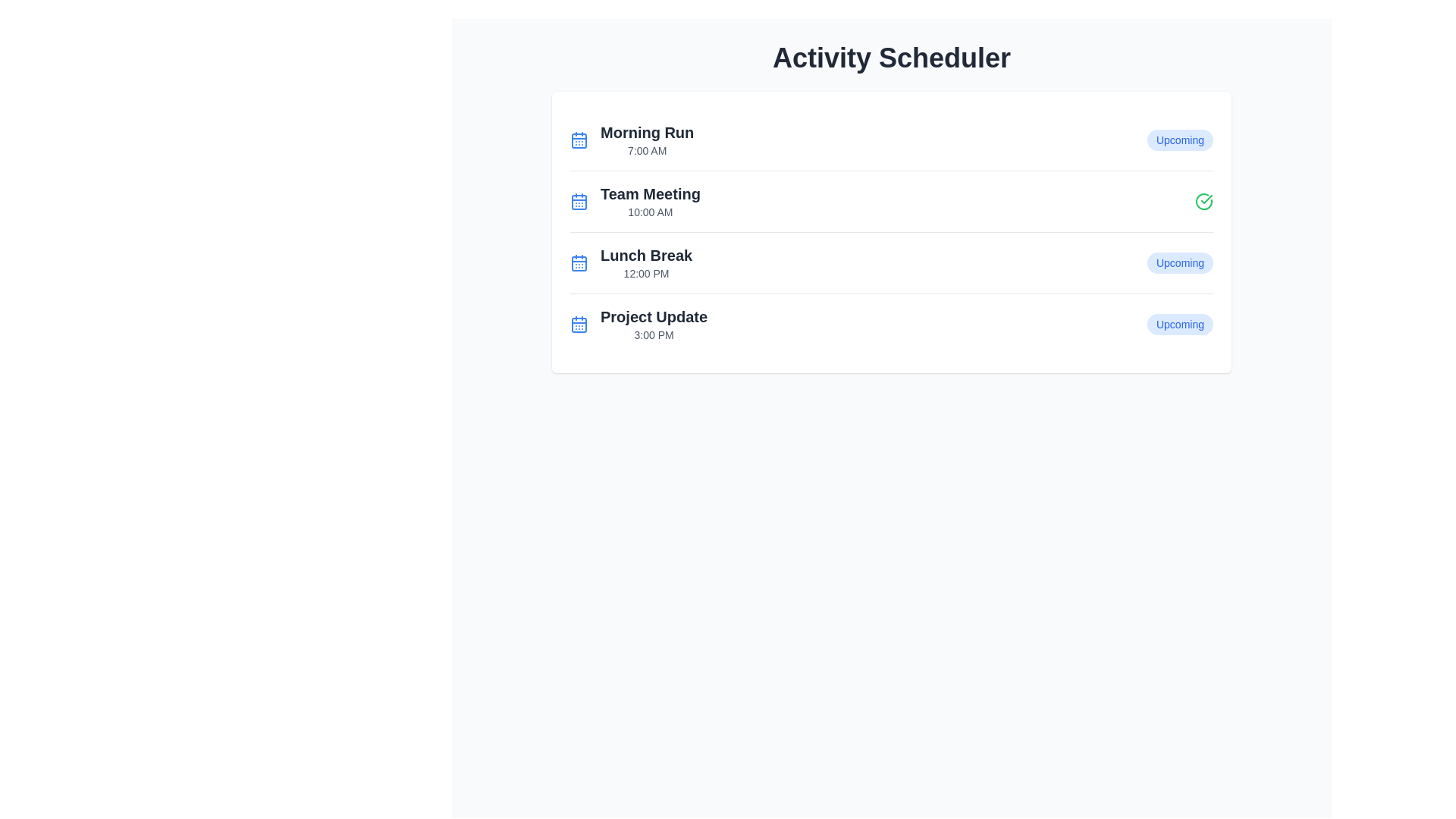 This screenshot has width=1456, height=819. I want to click on the static text label displaying '12:00 PM', which is styled in a small, gray font and positioned below the larger text 'Lunch Break' in the activity scheduler list, so click(646, 274).